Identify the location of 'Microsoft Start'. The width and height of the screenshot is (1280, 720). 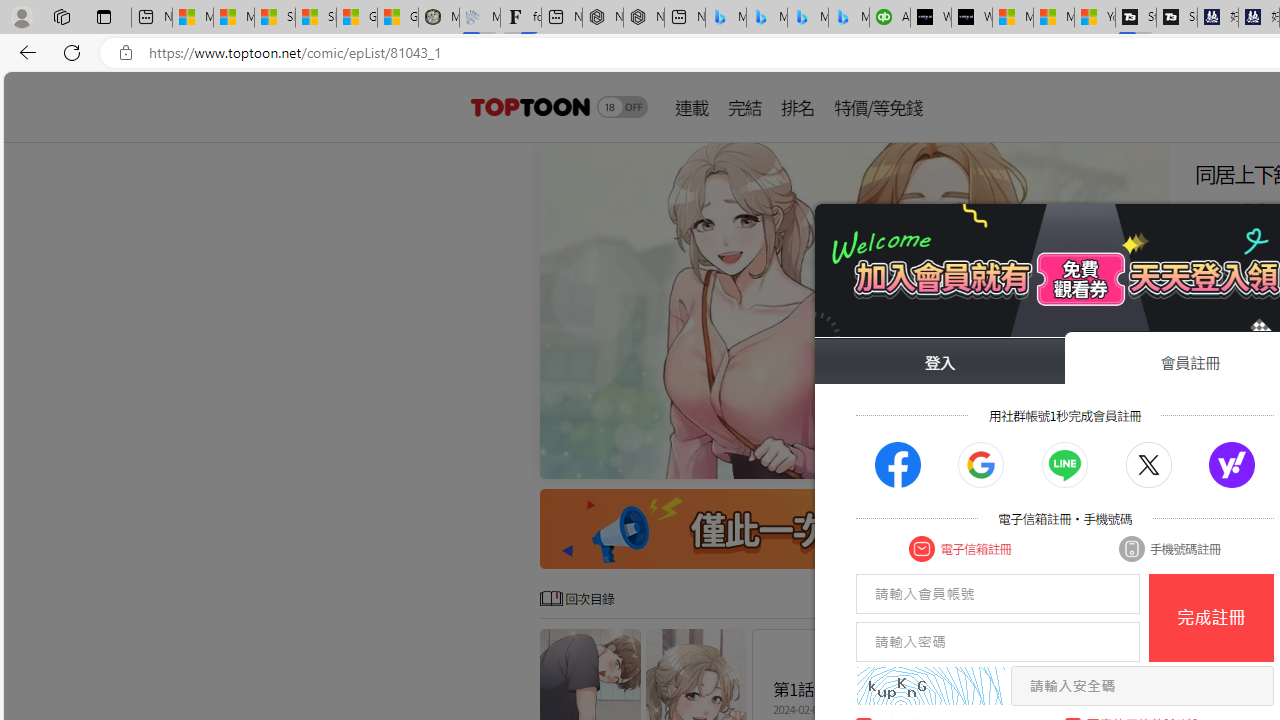
(1053, 17).